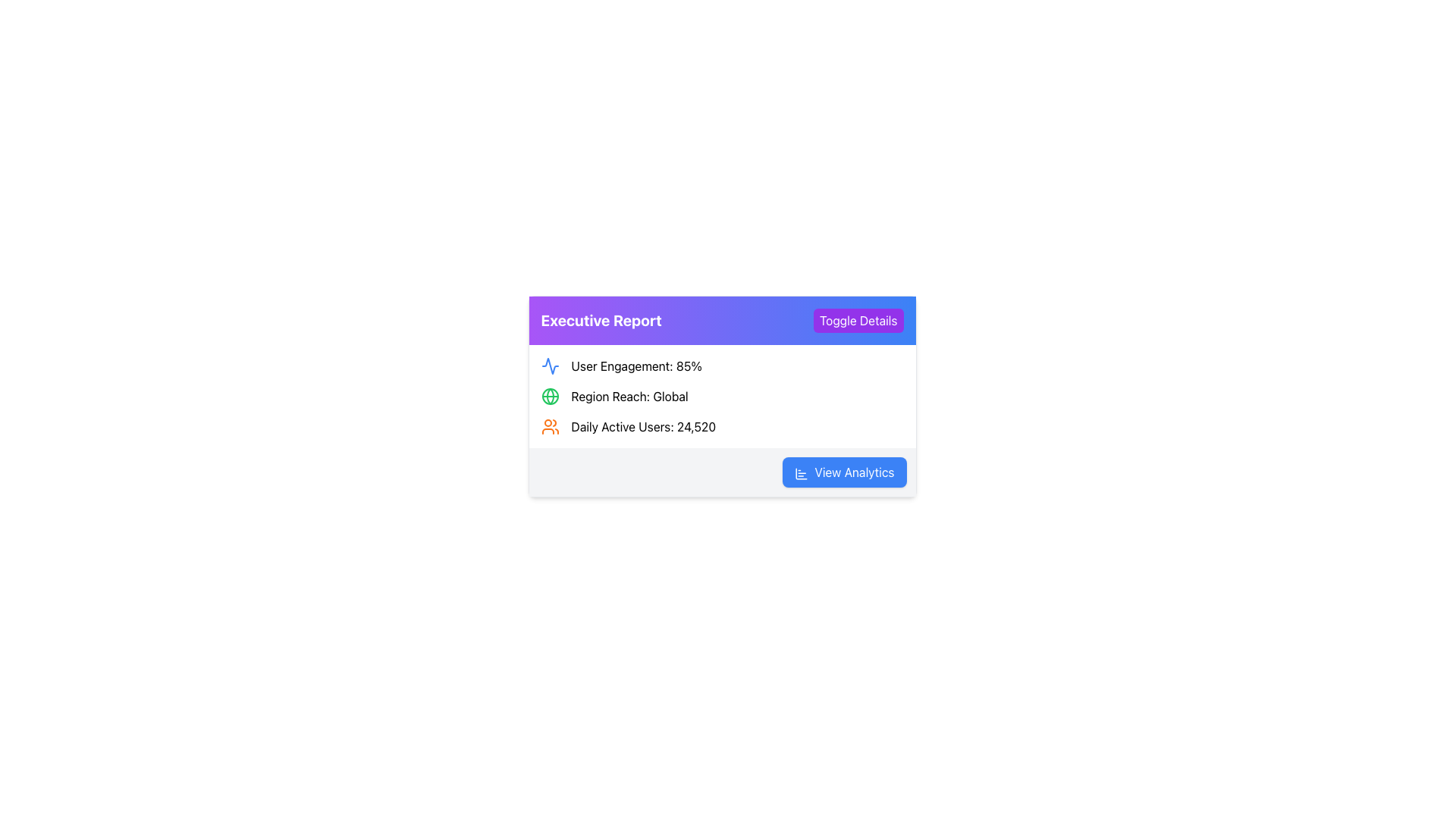 The image size is (1456, 819). I want to click on the user icon located to the far left of the text 'Daily Active Users: 24,520' within the 'Executive Report' content box, so click(549, 427).